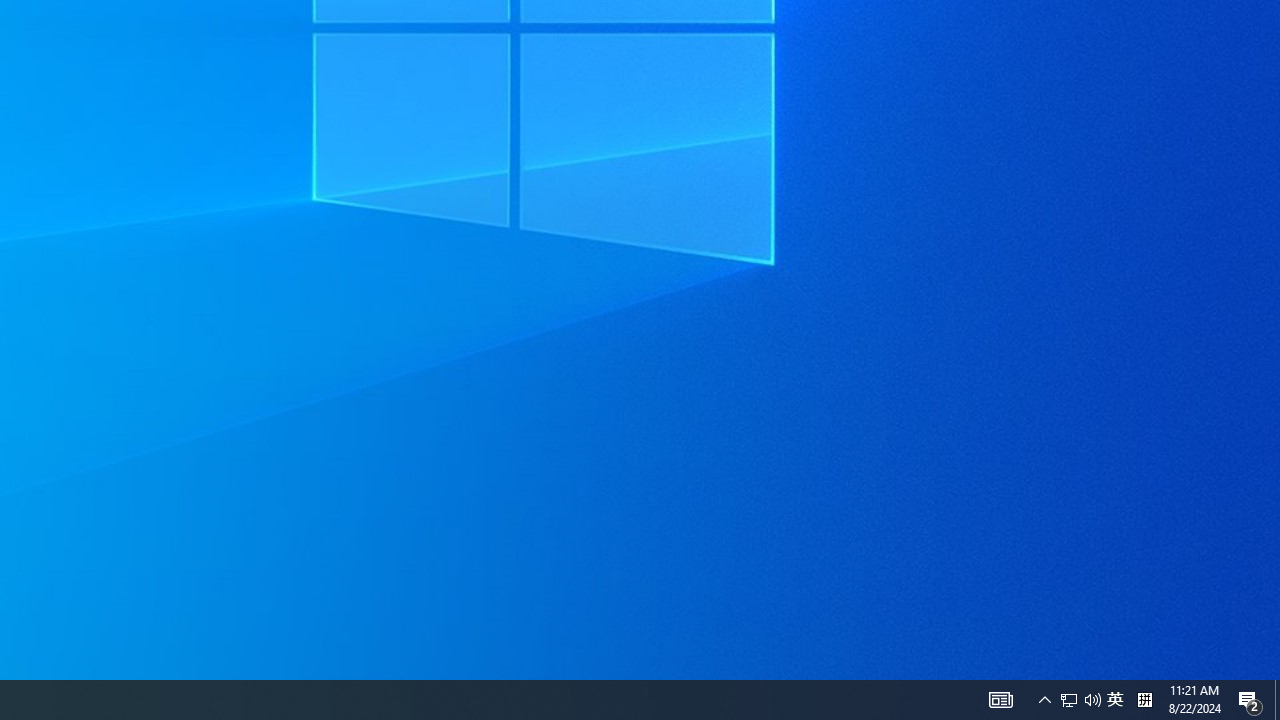 This screenshot has width=1280, height=720. I want to click on 'Notification Chevron', so click(1000, 698).